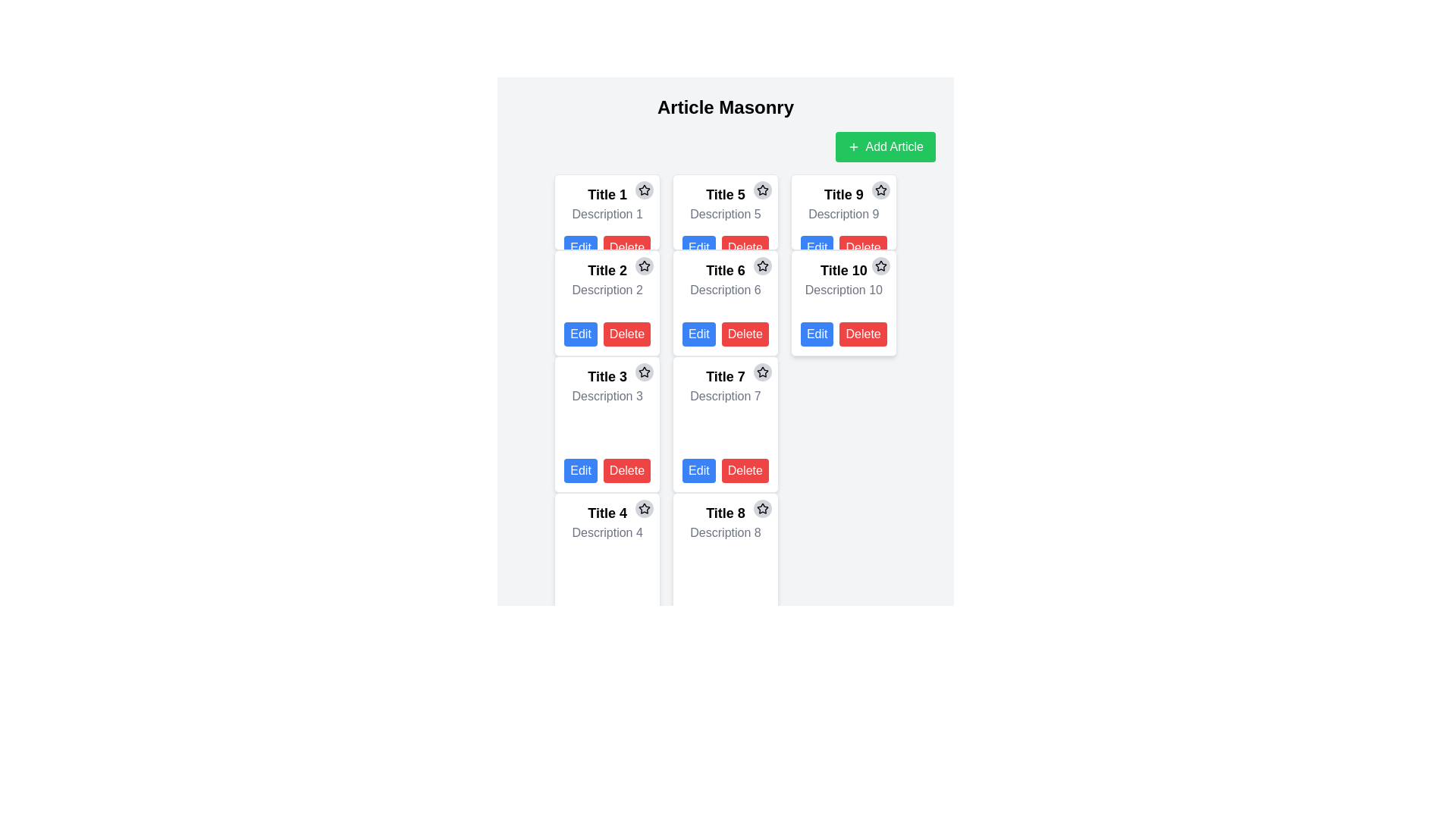 This screenshot has width=1456, height=819. What do you see at coordinates (607, 214) in the screenshot?
I see `the text label displaying secondary information associated with 'Title 1', which is positioned beneath the title and above the 'Edit' and 'Delete' buttons in the first card of the grid` at bounding box center [607, 214].